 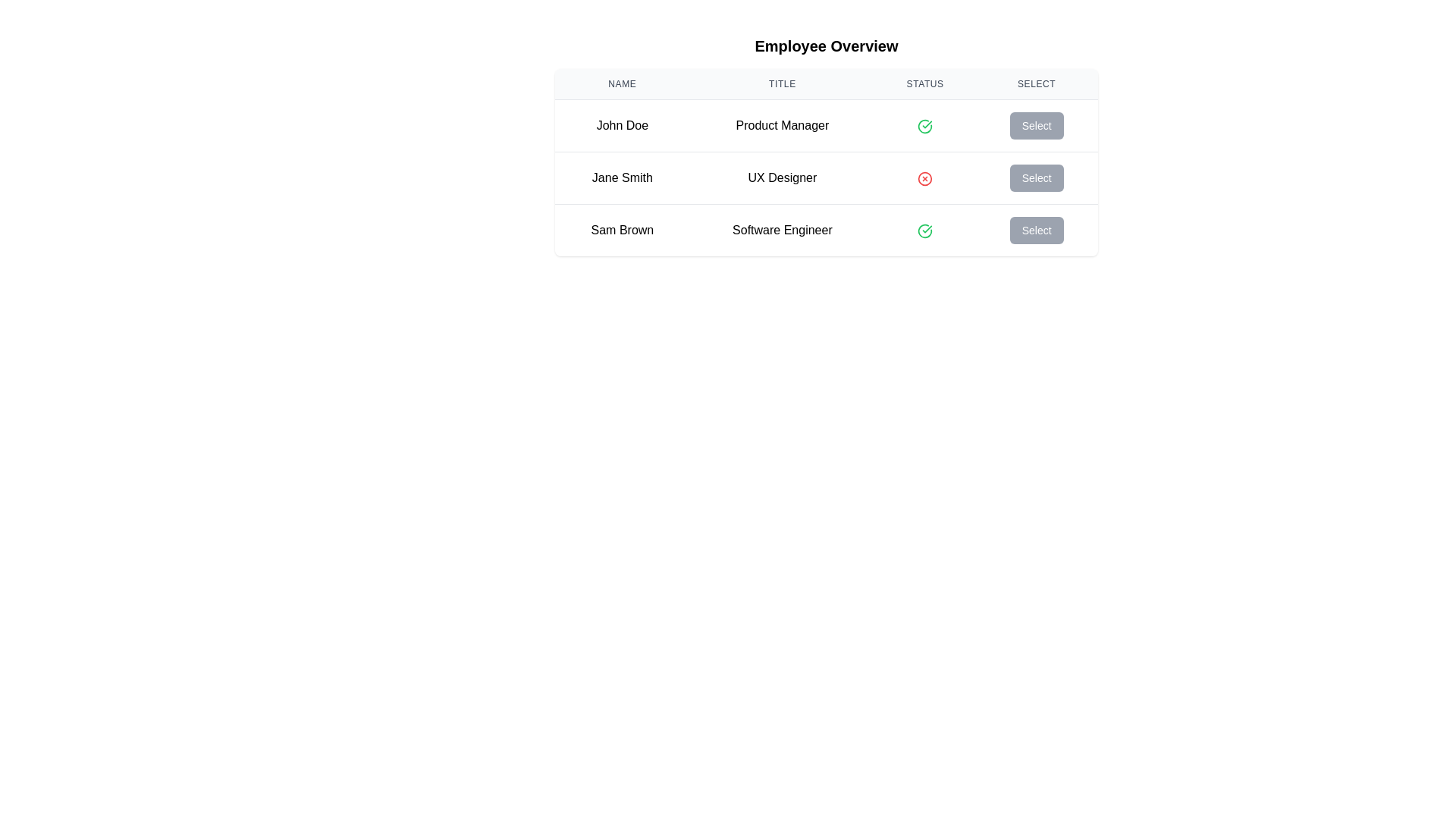 What do you see at coordinates (783, 177) in the screenshot?
I see `the text label displaying 'UX Designer' in bold black font, located in the 'TITLE' column under the row associated with 'Jane Smith'` at bounding box center [783, 177].